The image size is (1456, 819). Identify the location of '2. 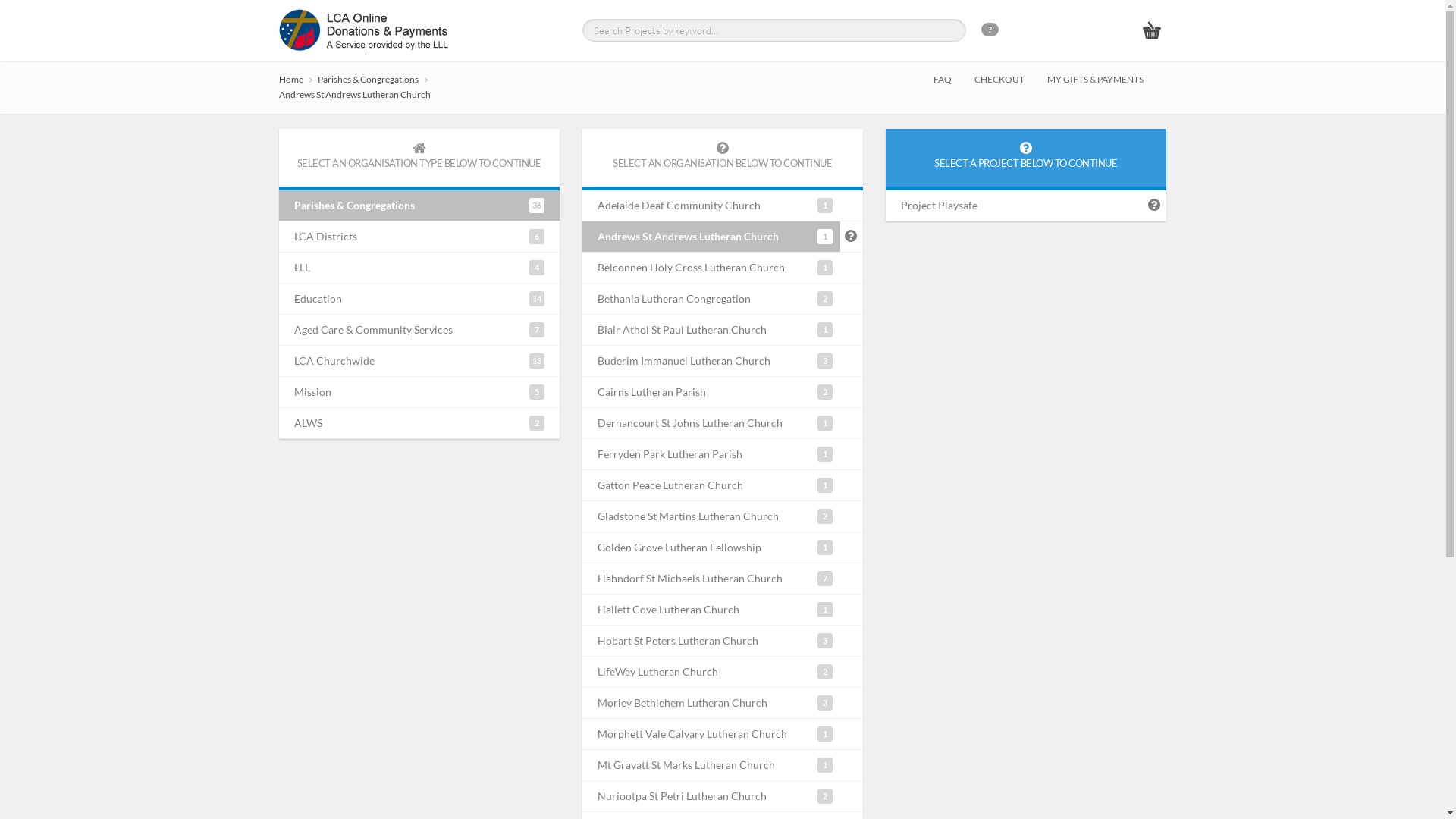
(710, 671).